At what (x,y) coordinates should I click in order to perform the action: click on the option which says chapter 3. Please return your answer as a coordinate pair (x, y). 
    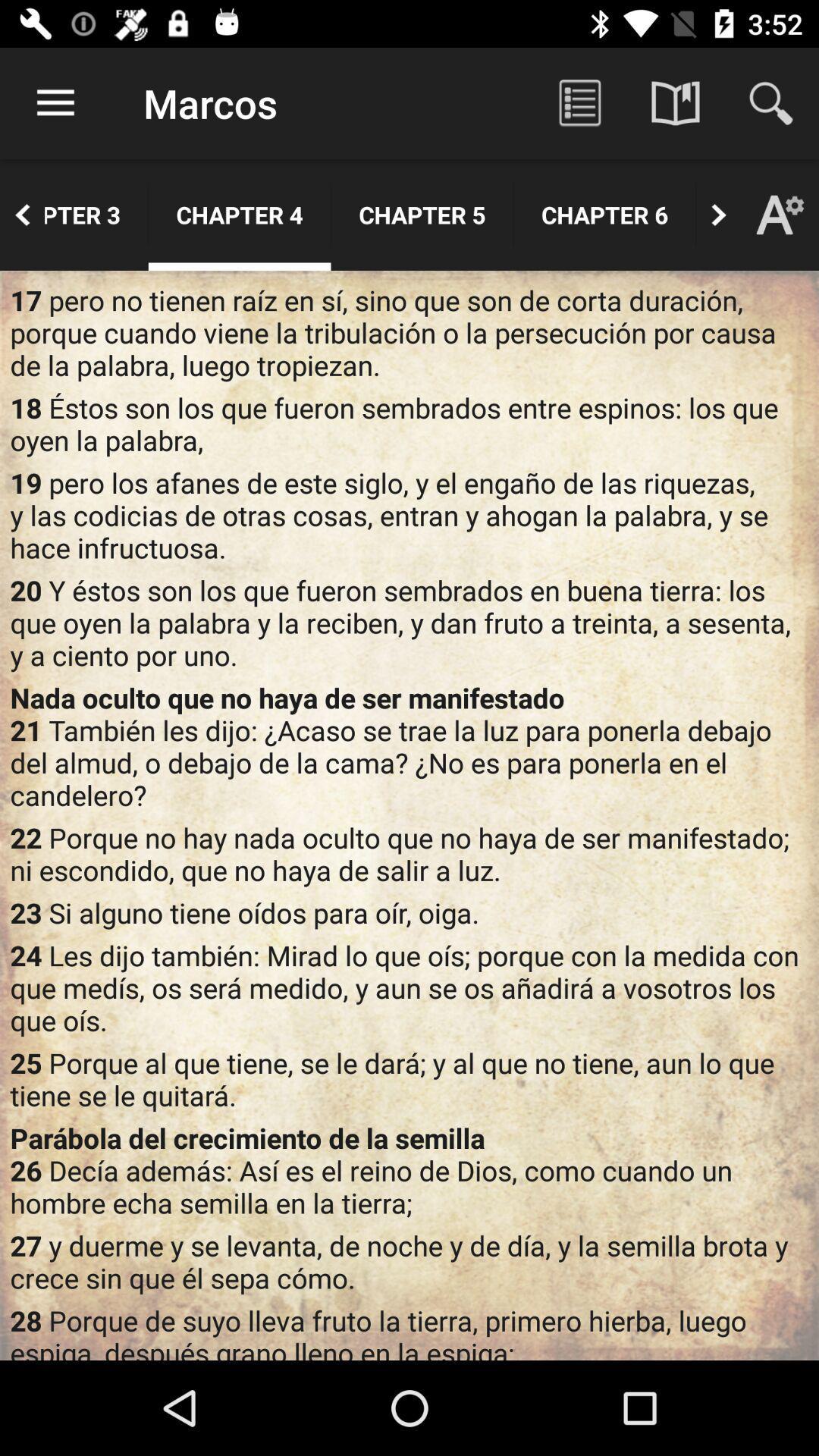
    Looking at the image, I should click on (96, 214).